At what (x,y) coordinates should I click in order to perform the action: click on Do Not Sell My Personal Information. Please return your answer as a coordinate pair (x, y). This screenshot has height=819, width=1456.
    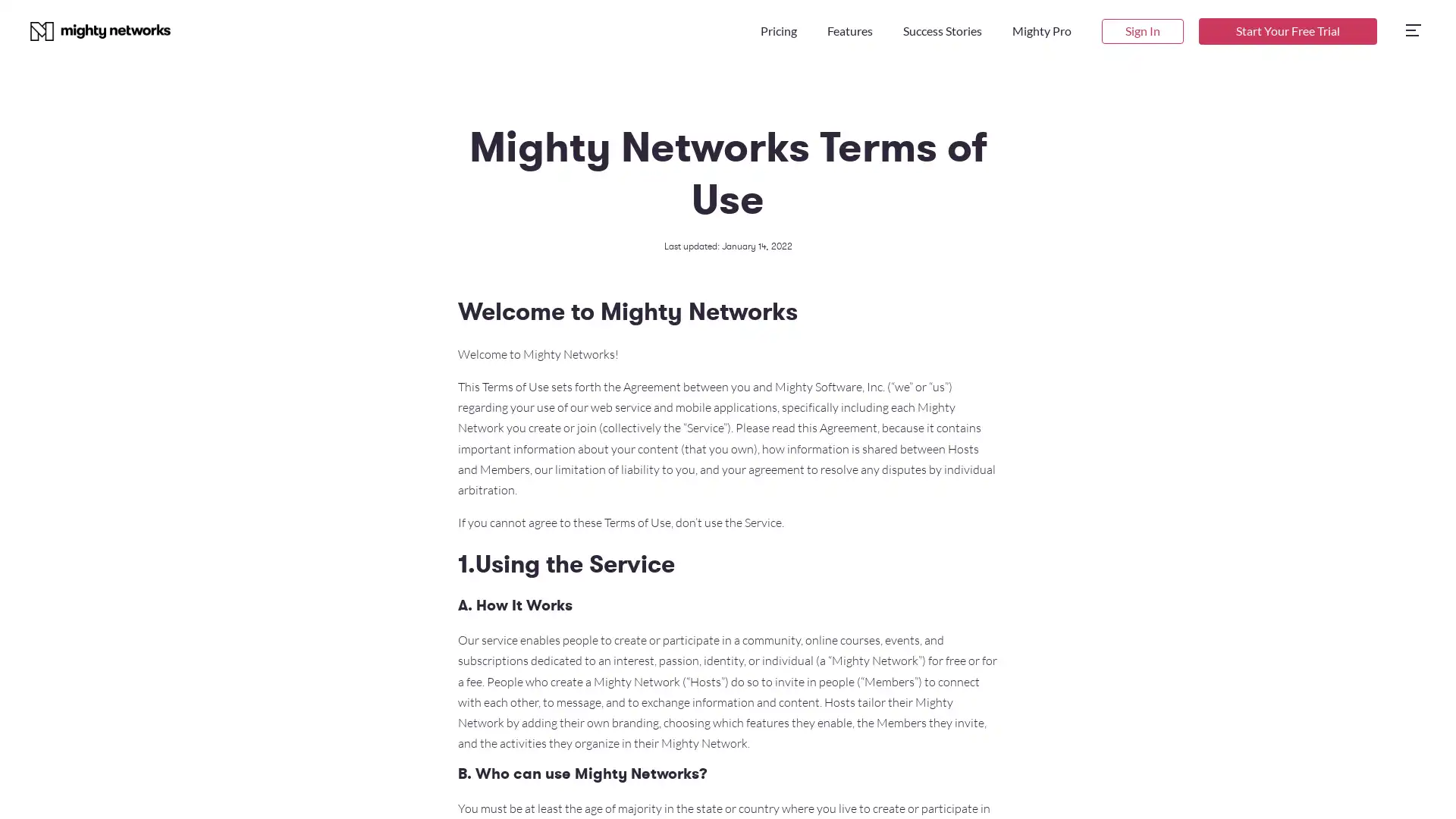
    Looking at the image, I should click on (1062, 786).